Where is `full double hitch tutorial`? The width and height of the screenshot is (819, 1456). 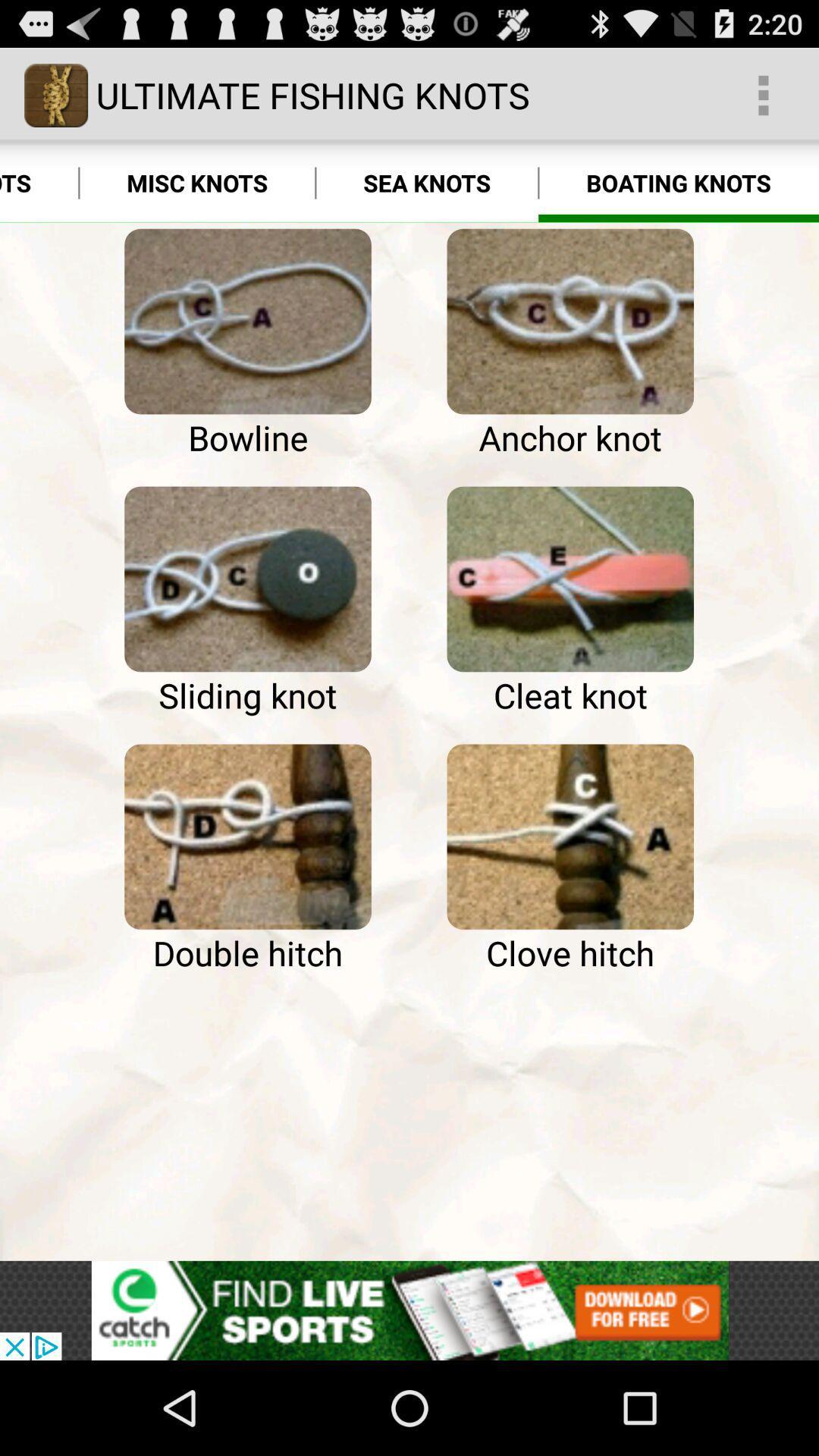
full double hitch tutorial is located at coordinates (247, 836).